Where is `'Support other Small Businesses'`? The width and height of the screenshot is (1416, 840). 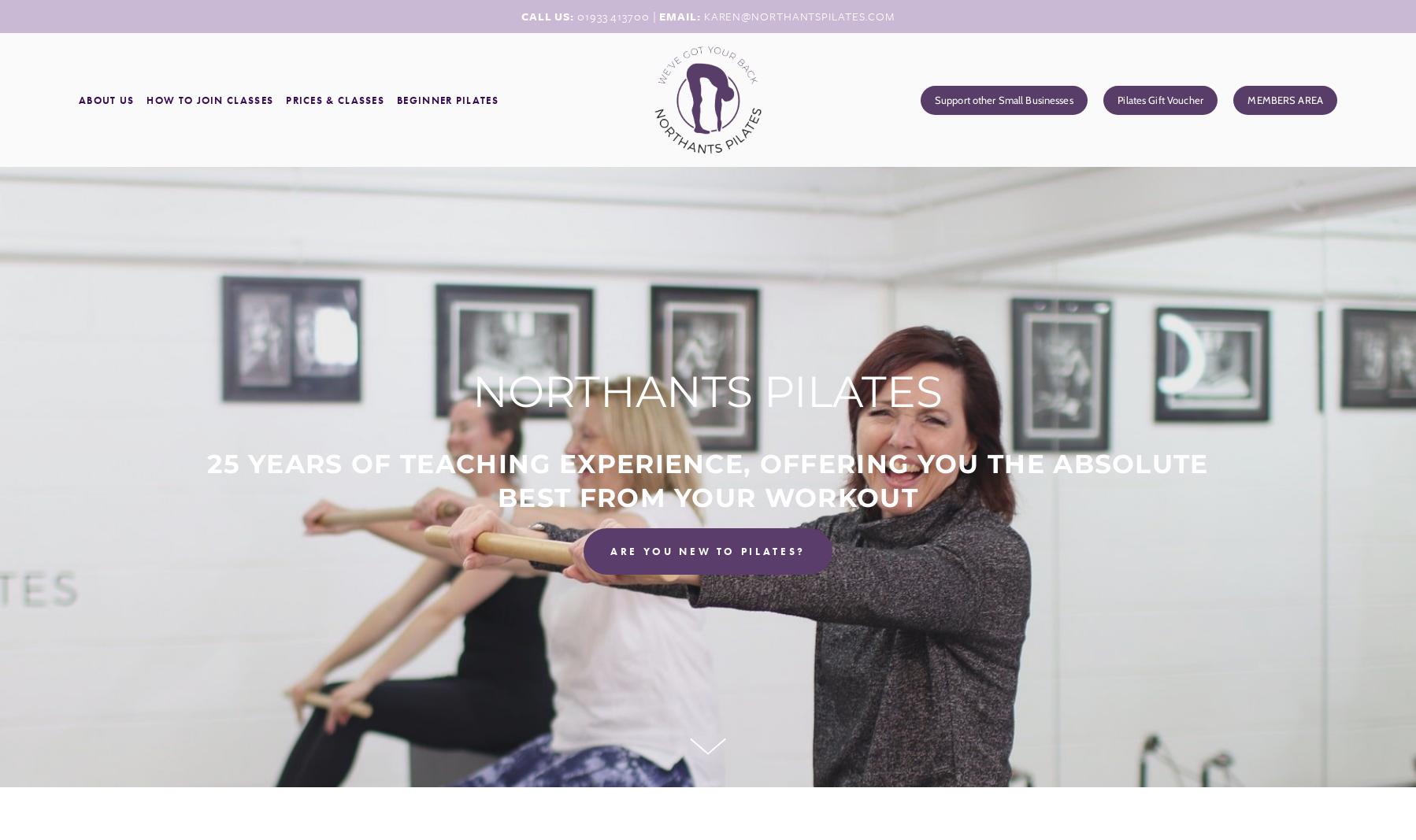 'Support other Small Businesses' is located at coordinates (933, 98).